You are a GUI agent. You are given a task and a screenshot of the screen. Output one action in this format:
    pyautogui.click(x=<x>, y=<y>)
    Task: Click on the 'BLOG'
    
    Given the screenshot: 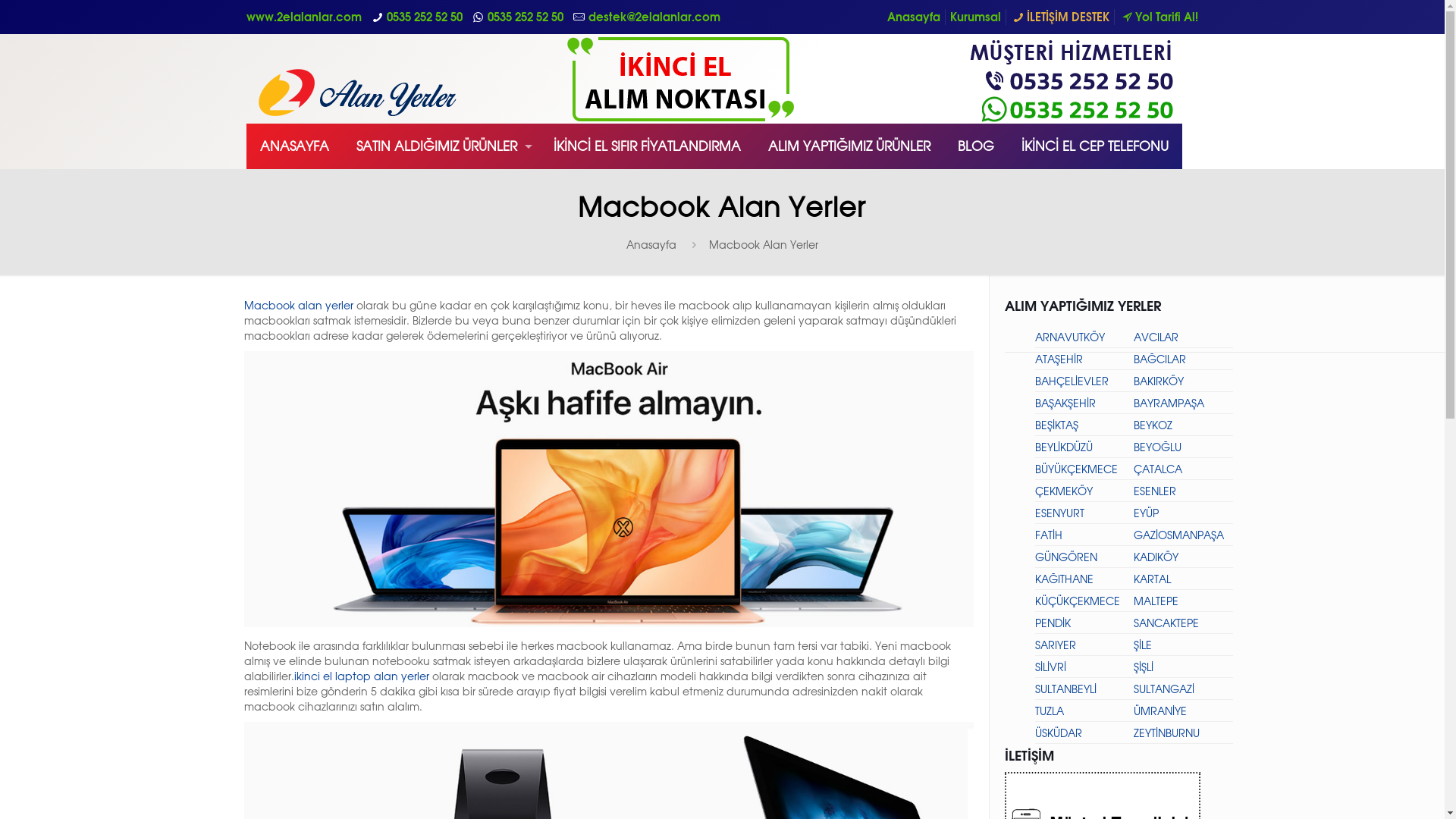 What is the action you would take?
    pyautogui.click(x=975, y=146)
    